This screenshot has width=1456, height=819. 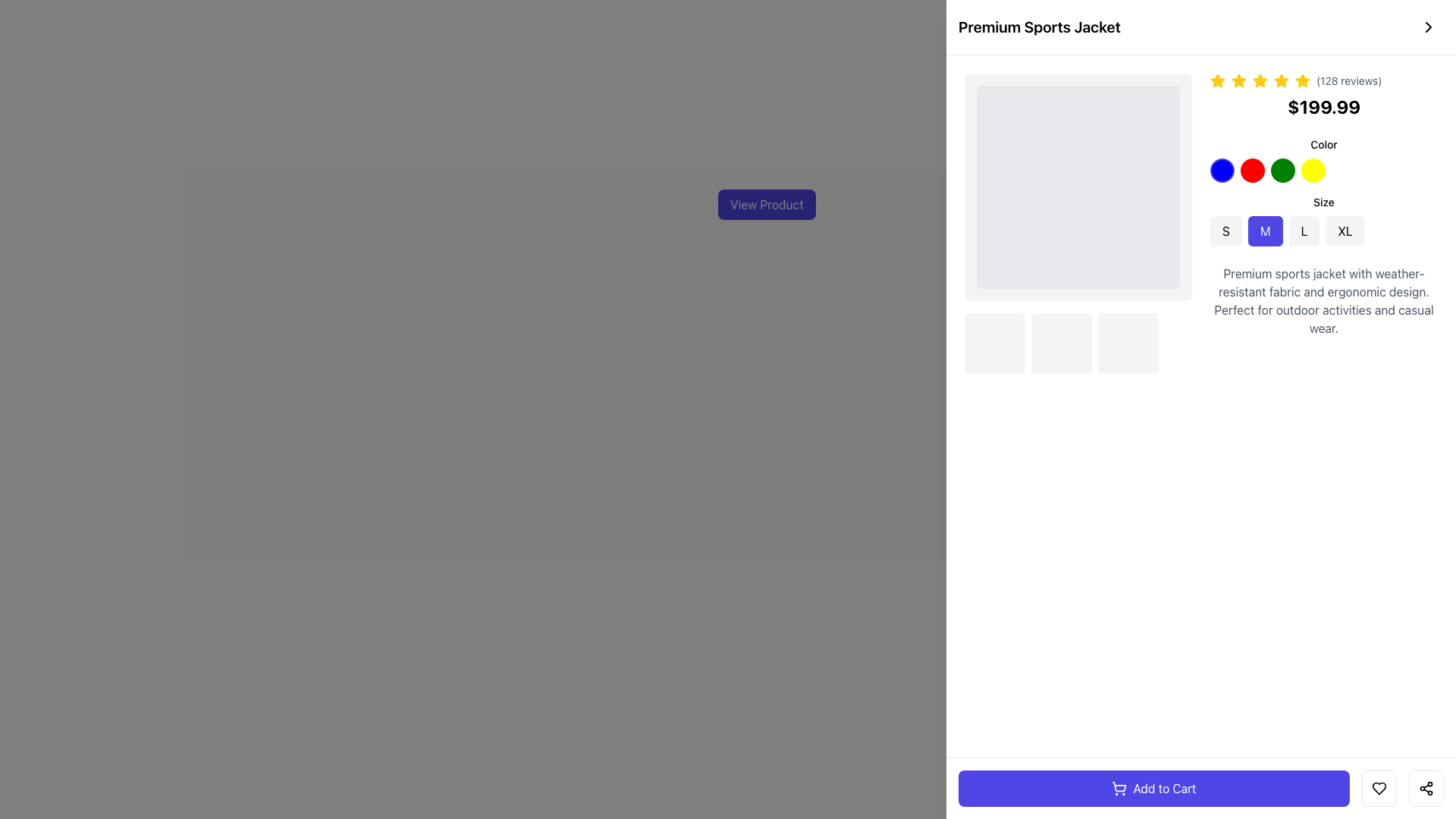 What do you see at coordinates (1222, 170) in the screenshot?
I see `the first circular button in the color selection row` at bounding box center [1222, 170].